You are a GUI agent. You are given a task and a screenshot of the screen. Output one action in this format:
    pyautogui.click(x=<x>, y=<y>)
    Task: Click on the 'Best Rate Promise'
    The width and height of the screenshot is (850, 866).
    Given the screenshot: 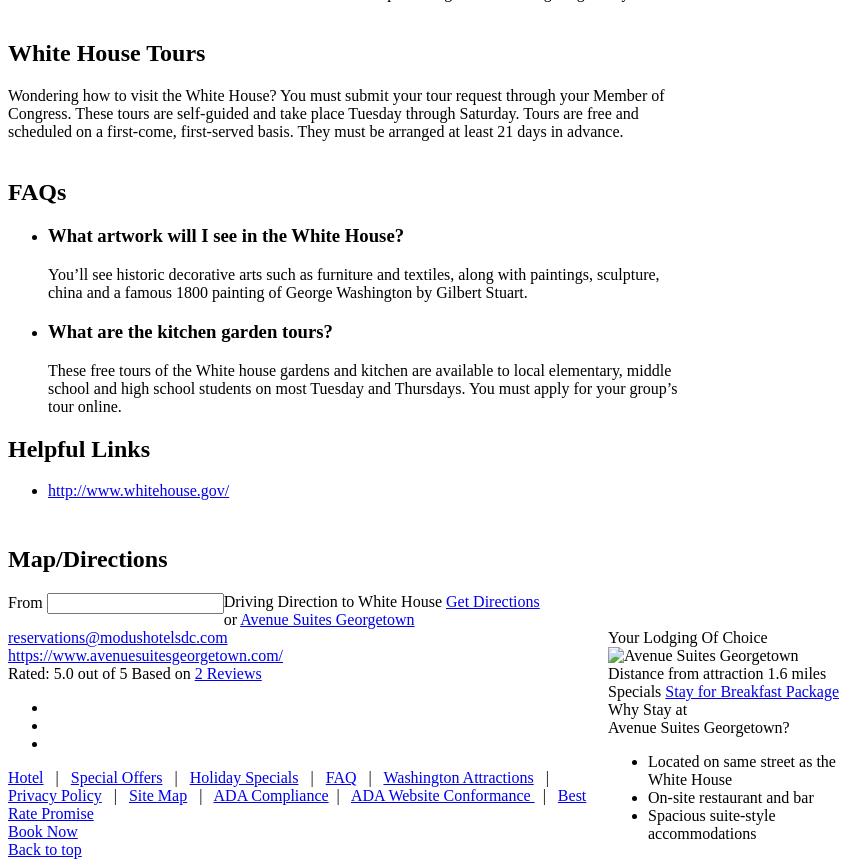 What is the action you would take?
    pyautogui.click(x=295, y=803)
    